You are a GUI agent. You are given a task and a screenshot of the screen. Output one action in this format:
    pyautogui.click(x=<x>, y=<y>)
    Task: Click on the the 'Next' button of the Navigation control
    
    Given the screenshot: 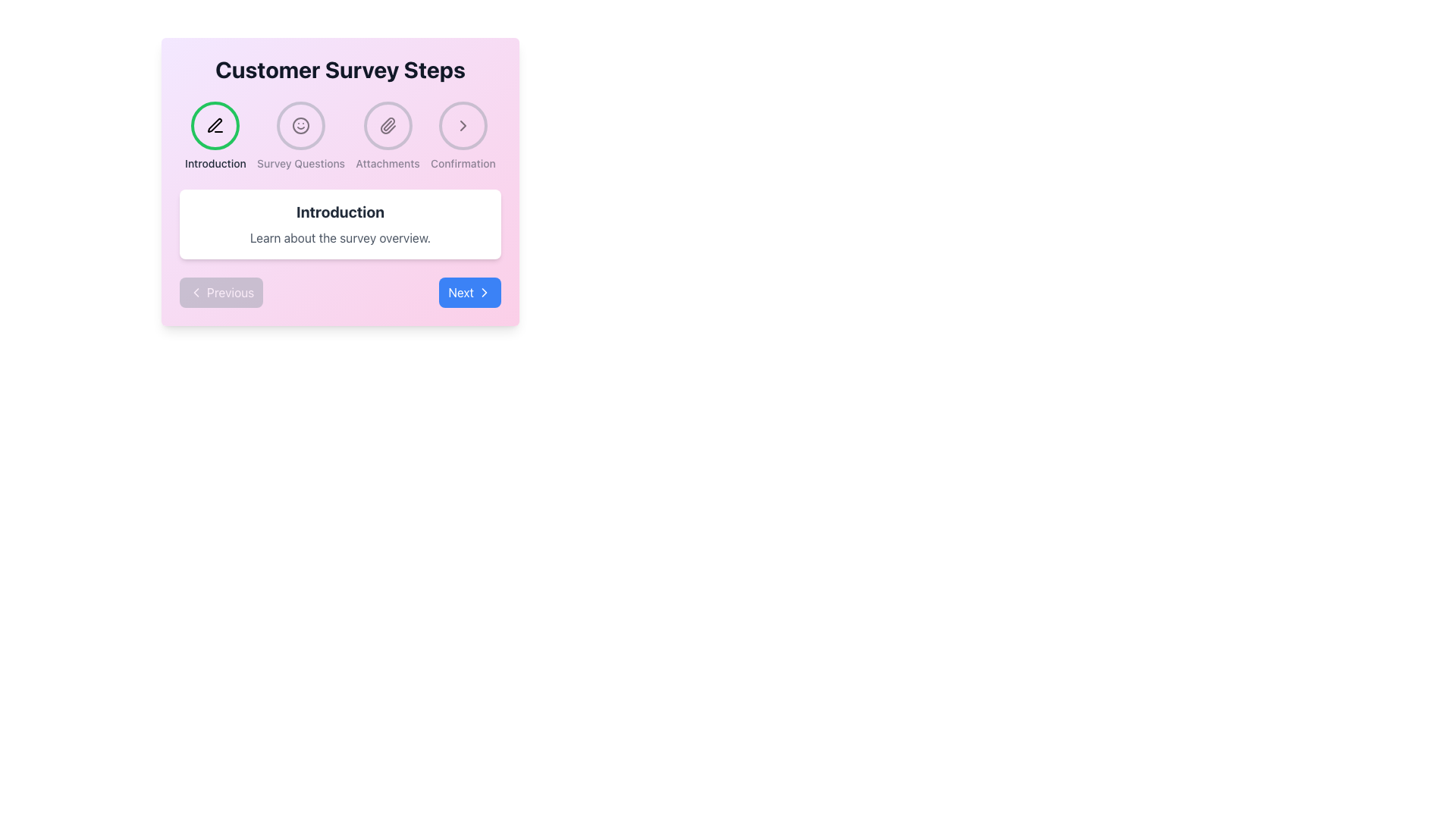 What is the action you would take?
    pyautogui.click(x=340, y=292)
    